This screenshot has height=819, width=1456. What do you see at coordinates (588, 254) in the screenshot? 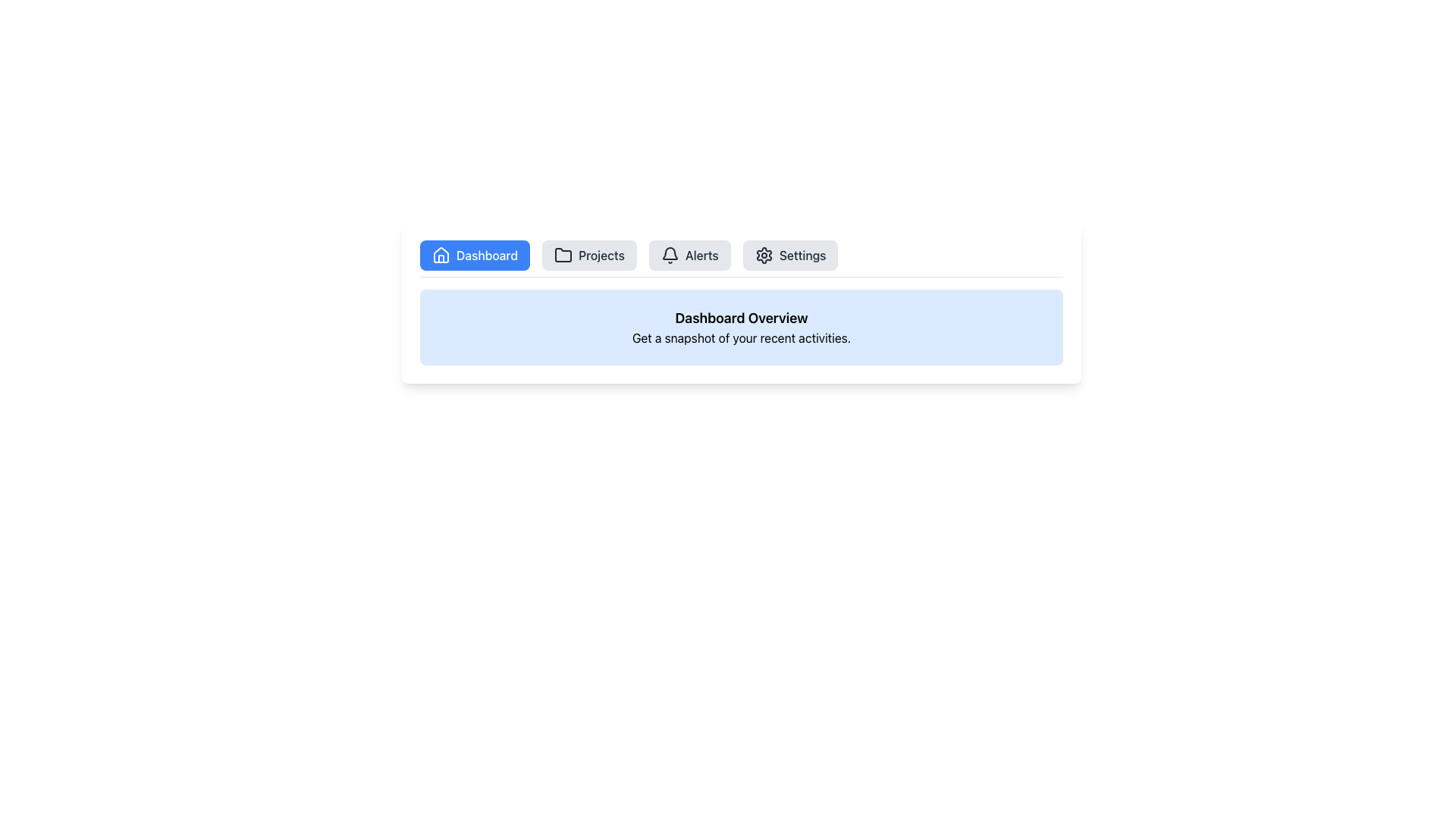
I see `the 'Projects' navigation button located in the horizontal navigation bar between 'Dashboard' and 'Alerts'` at bounding box center [588, 254].